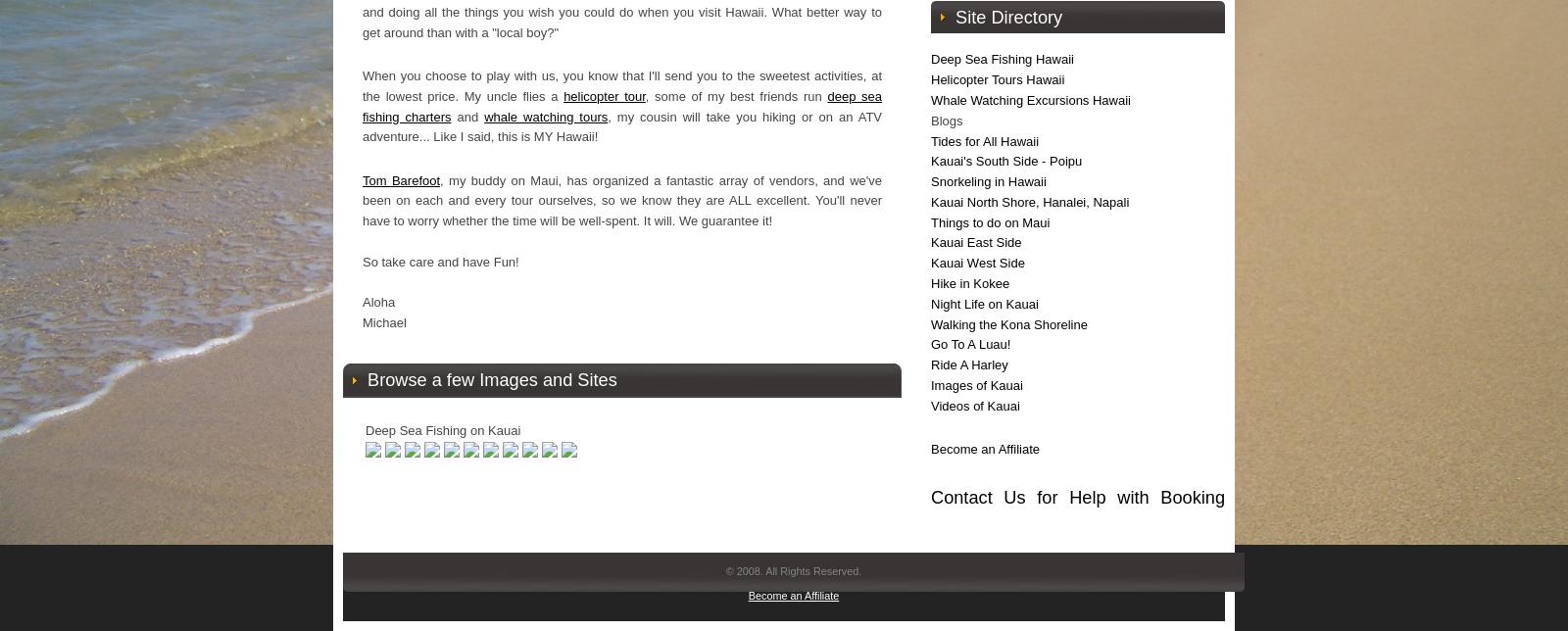  What do you see at coordinates (400, 179) in the screenshot?
I see `'Tom Barefoot'` at bounding box center [400, 179].